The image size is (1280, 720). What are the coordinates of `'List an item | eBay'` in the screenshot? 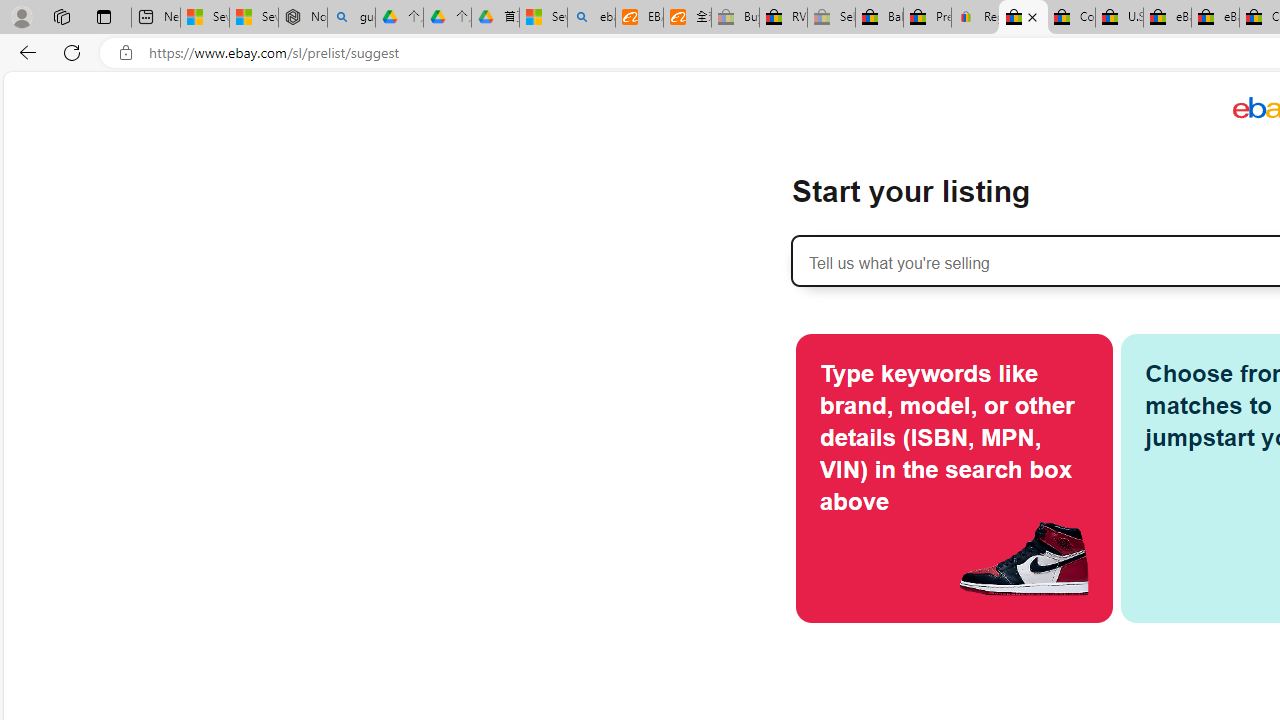 It's located at (1023, 17).